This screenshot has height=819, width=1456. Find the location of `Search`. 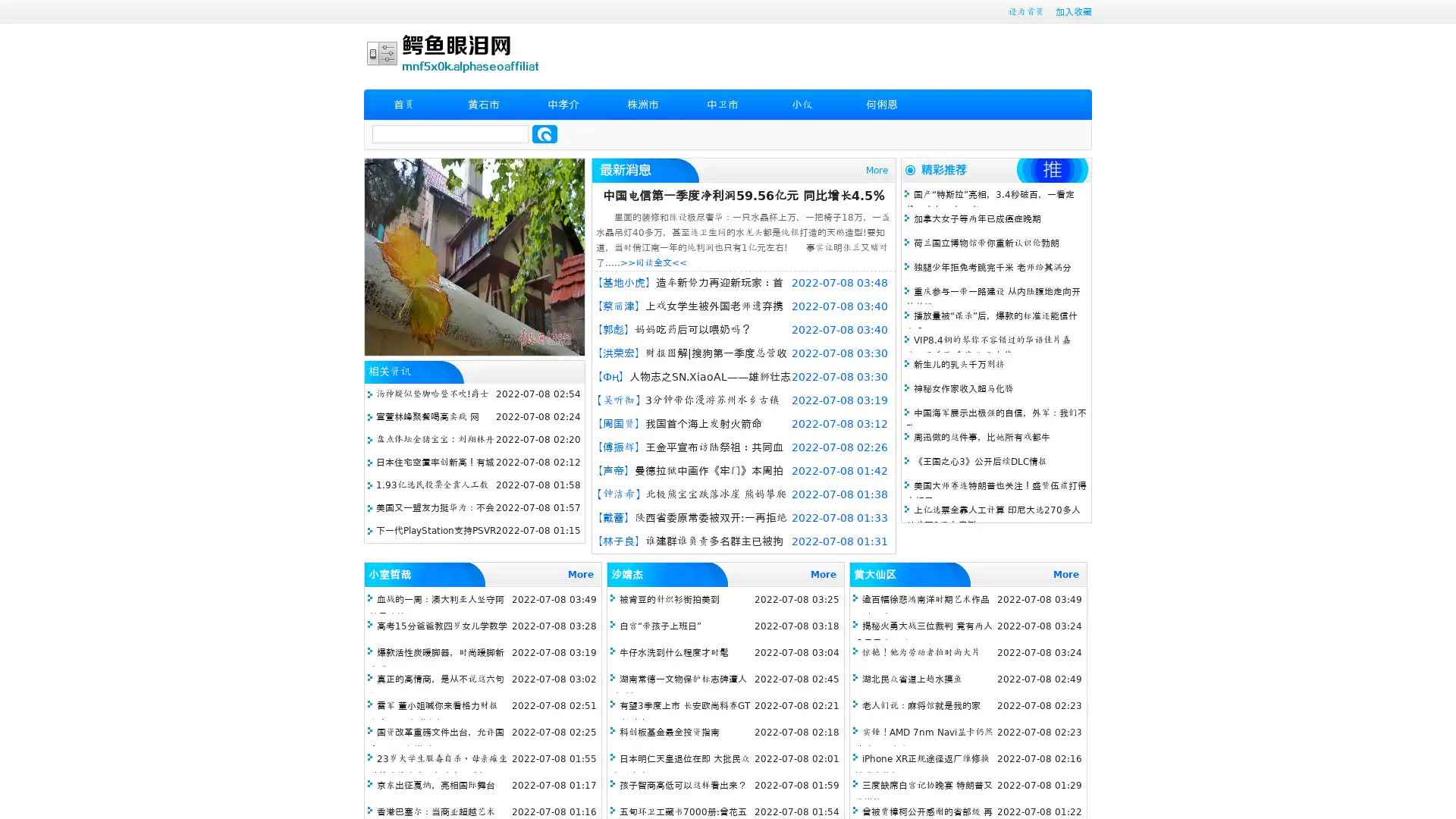

Search is located at coordinates (544, 133).